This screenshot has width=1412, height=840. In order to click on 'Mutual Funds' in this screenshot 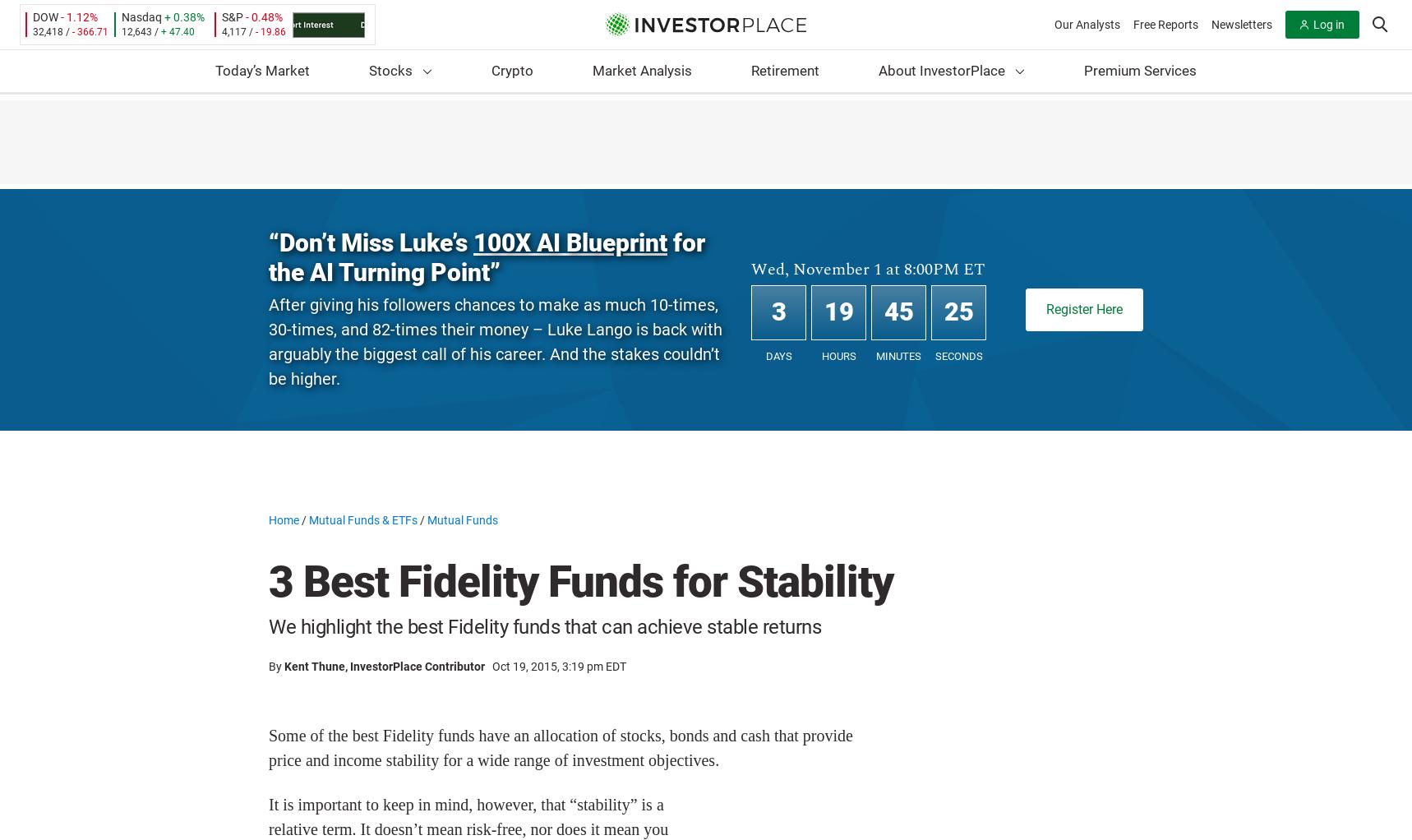, I will do `click(461, 520)`.